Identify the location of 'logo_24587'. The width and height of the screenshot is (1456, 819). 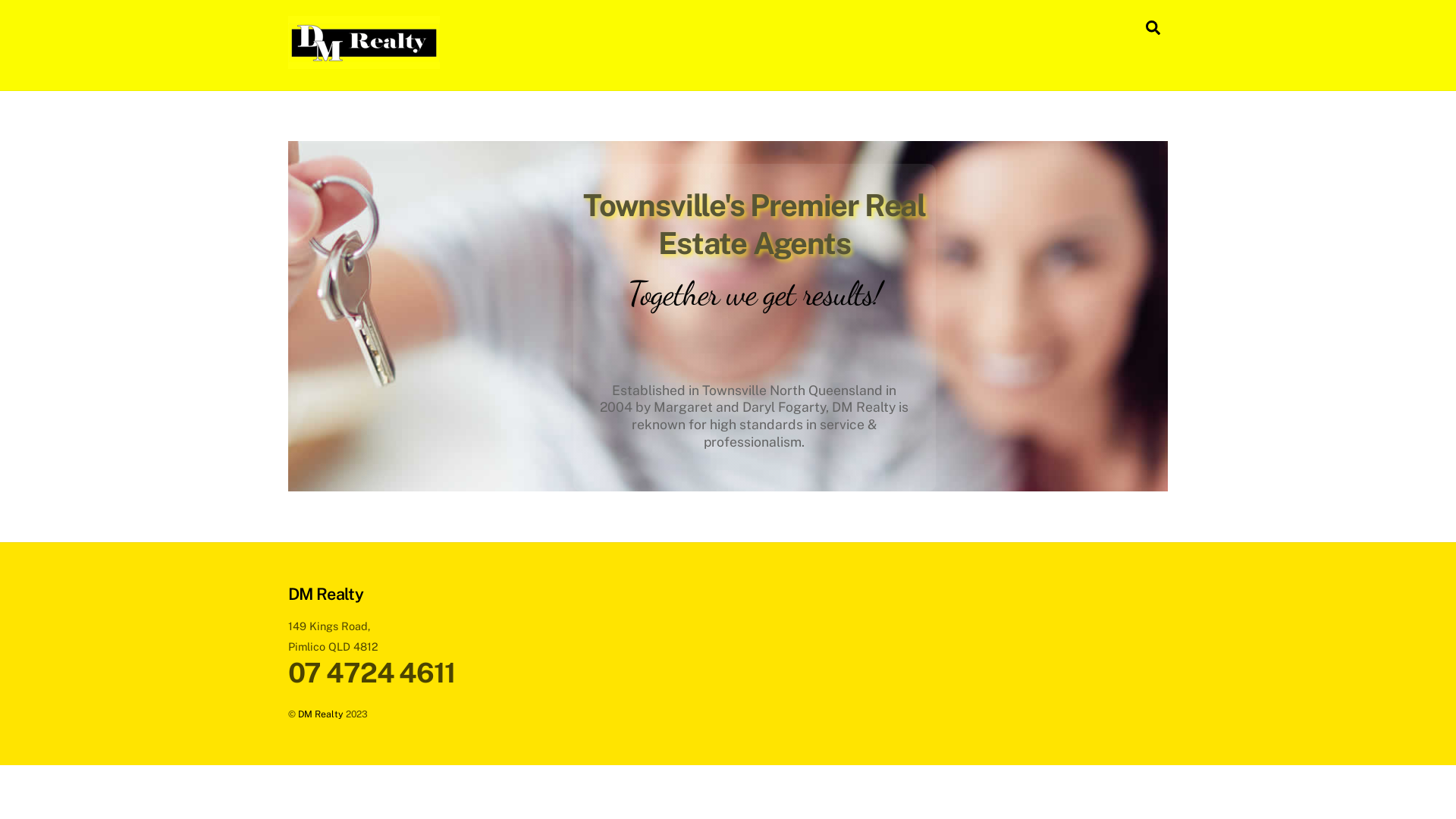
(364, 42).